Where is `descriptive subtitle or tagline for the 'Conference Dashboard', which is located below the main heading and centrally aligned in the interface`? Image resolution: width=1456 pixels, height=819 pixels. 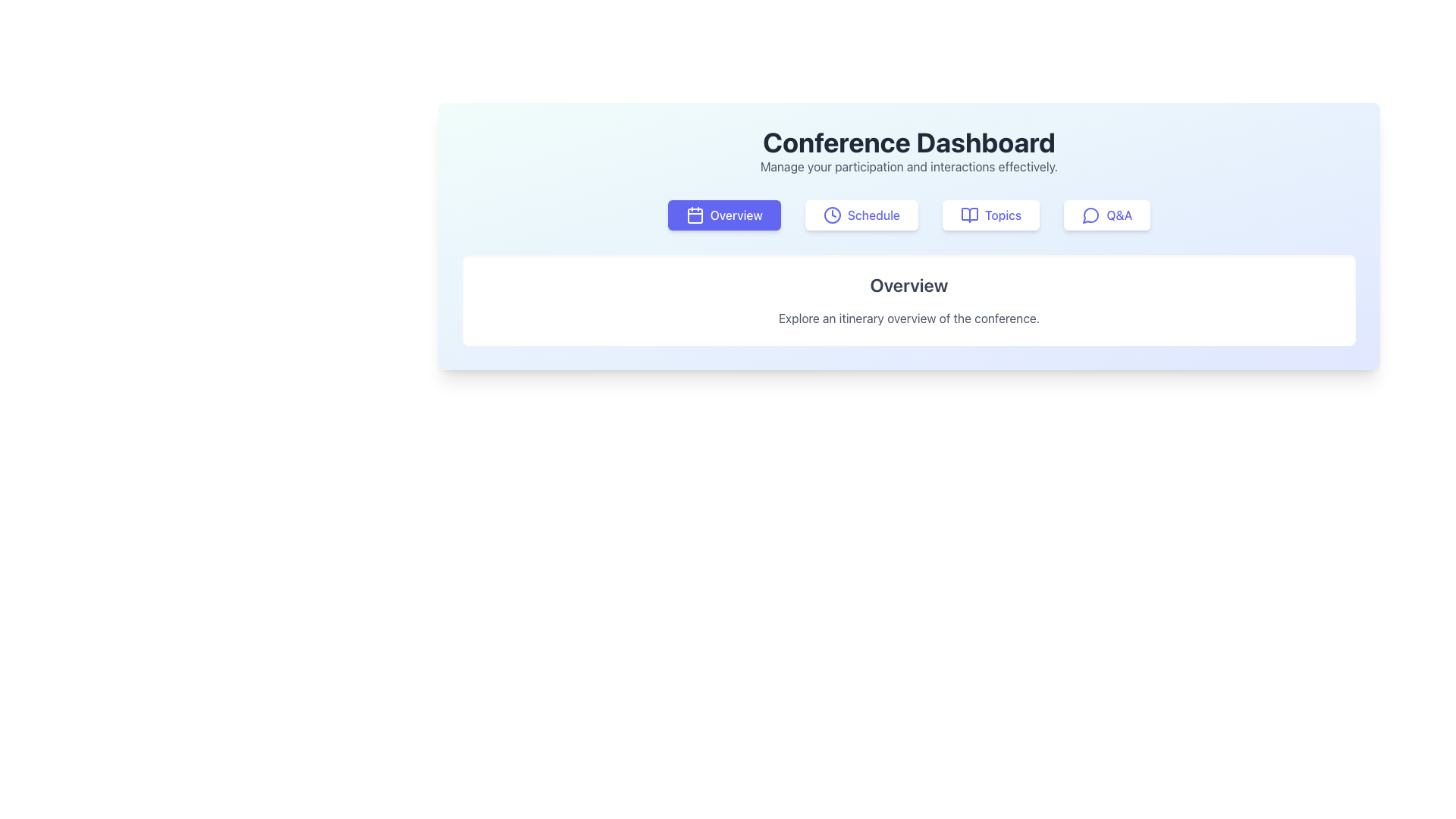 descriptive subtitle or tagline for the 'Conference Dashboard', which is located below the main heading and centrally aligned in the interface is located at coordinates (909, 166).